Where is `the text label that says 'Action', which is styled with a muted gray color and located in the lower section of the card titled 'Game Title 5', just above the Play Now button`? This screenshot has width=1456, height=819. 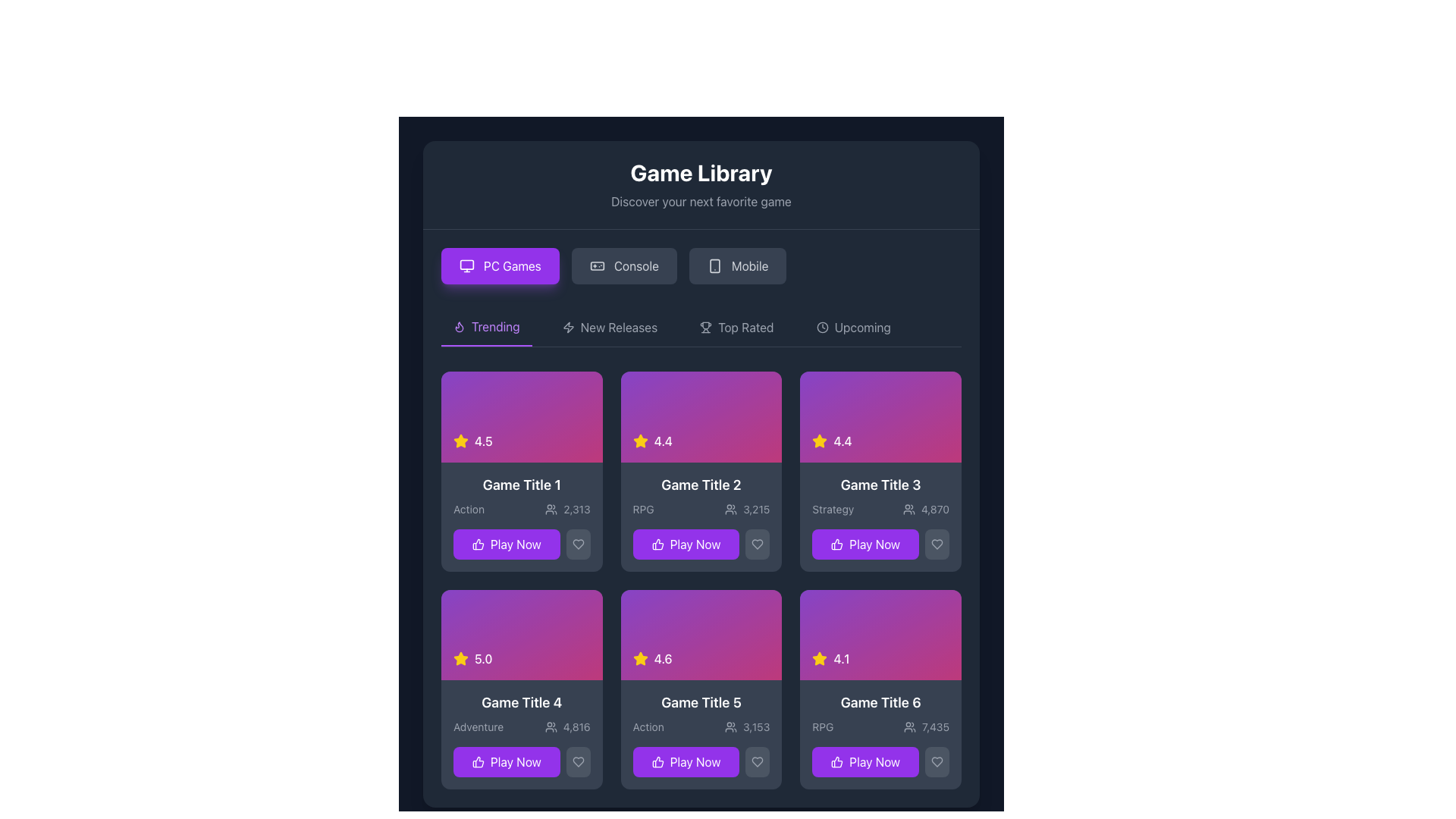 the text label that says 'Action', which is styled with a muted gray color and located in the lower section of the card titled 'Game Title 5', just above the Play Now button is located at coordinates (648, 726).